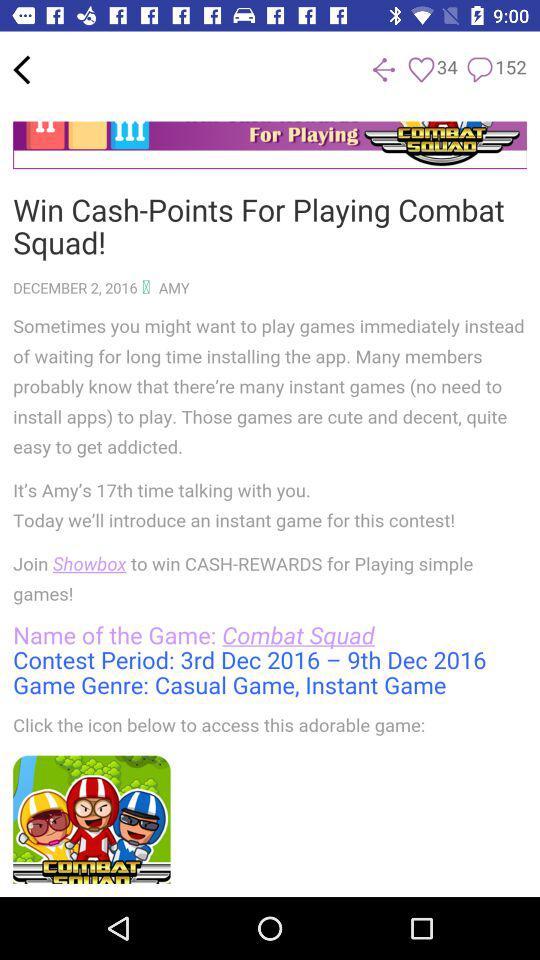  I want to click on the arrow_backward icon, so click(20, 69).